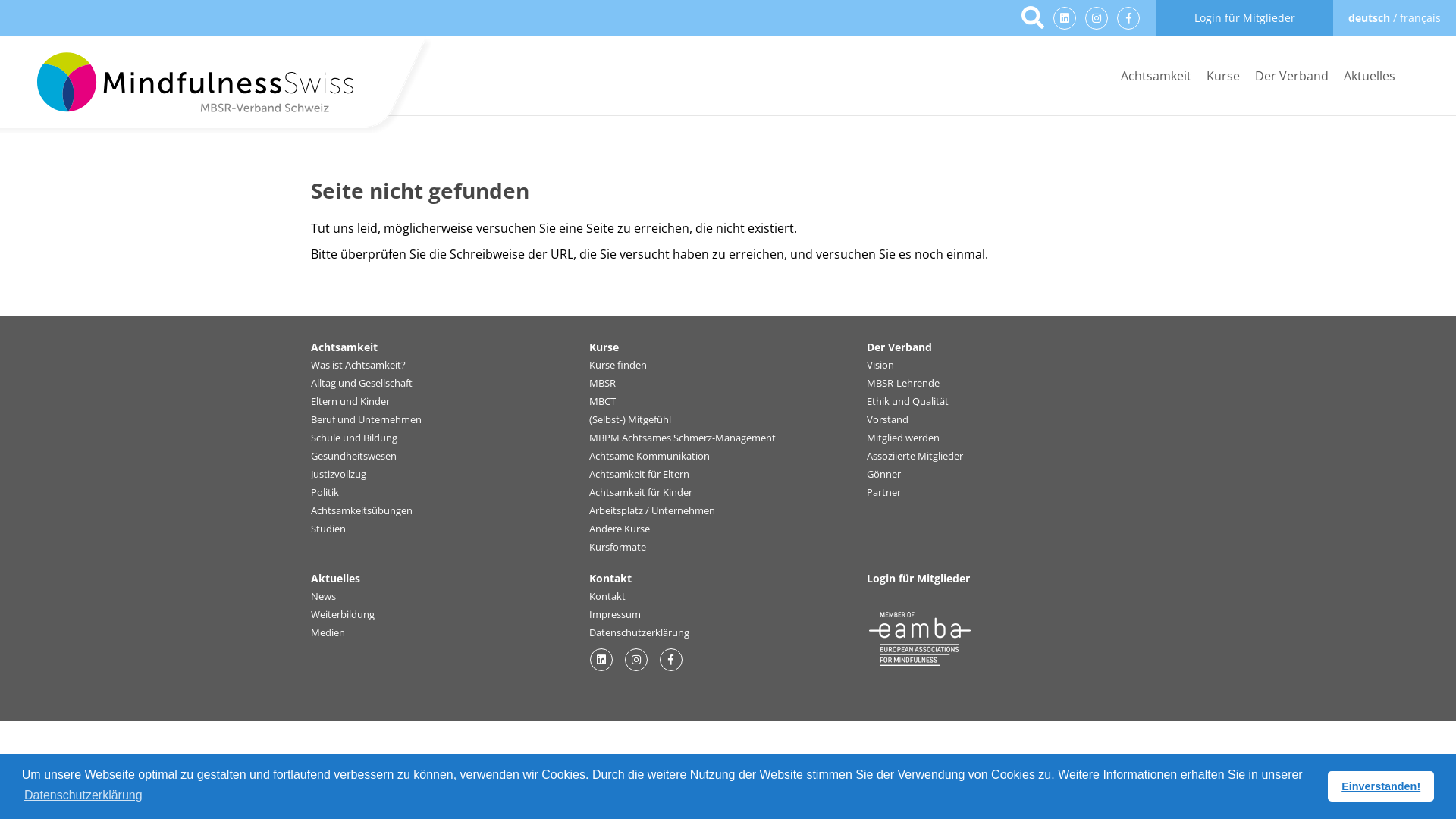 The image size is (1456, 819). What do you see at coordinates (327, 632) in the screenshot?
I see `'Medien'` at bounding box center [327, 632].